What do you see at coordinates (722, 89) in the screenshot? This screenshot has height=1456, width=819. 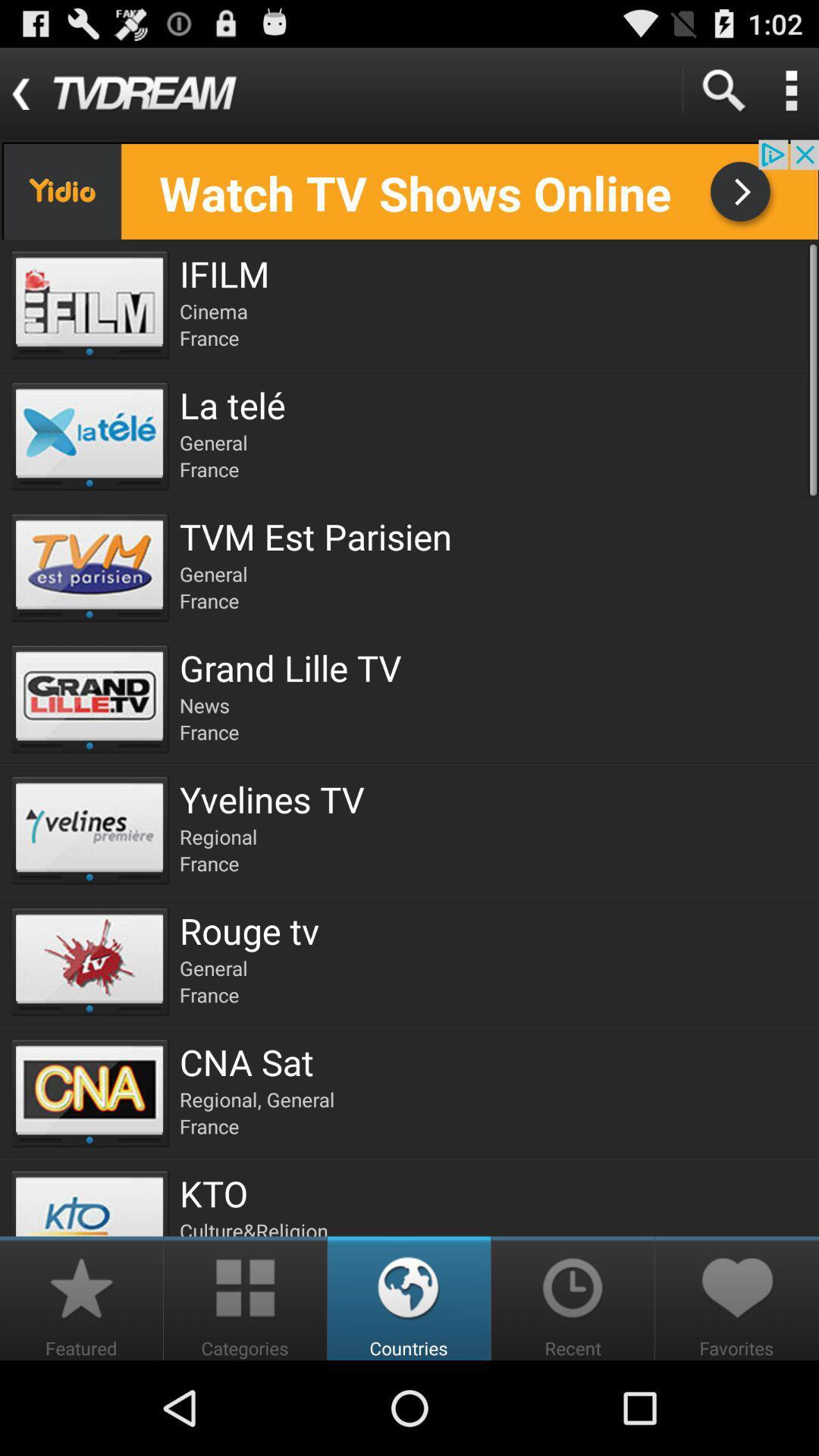 I see `search app` at bounding box center [722, 89].